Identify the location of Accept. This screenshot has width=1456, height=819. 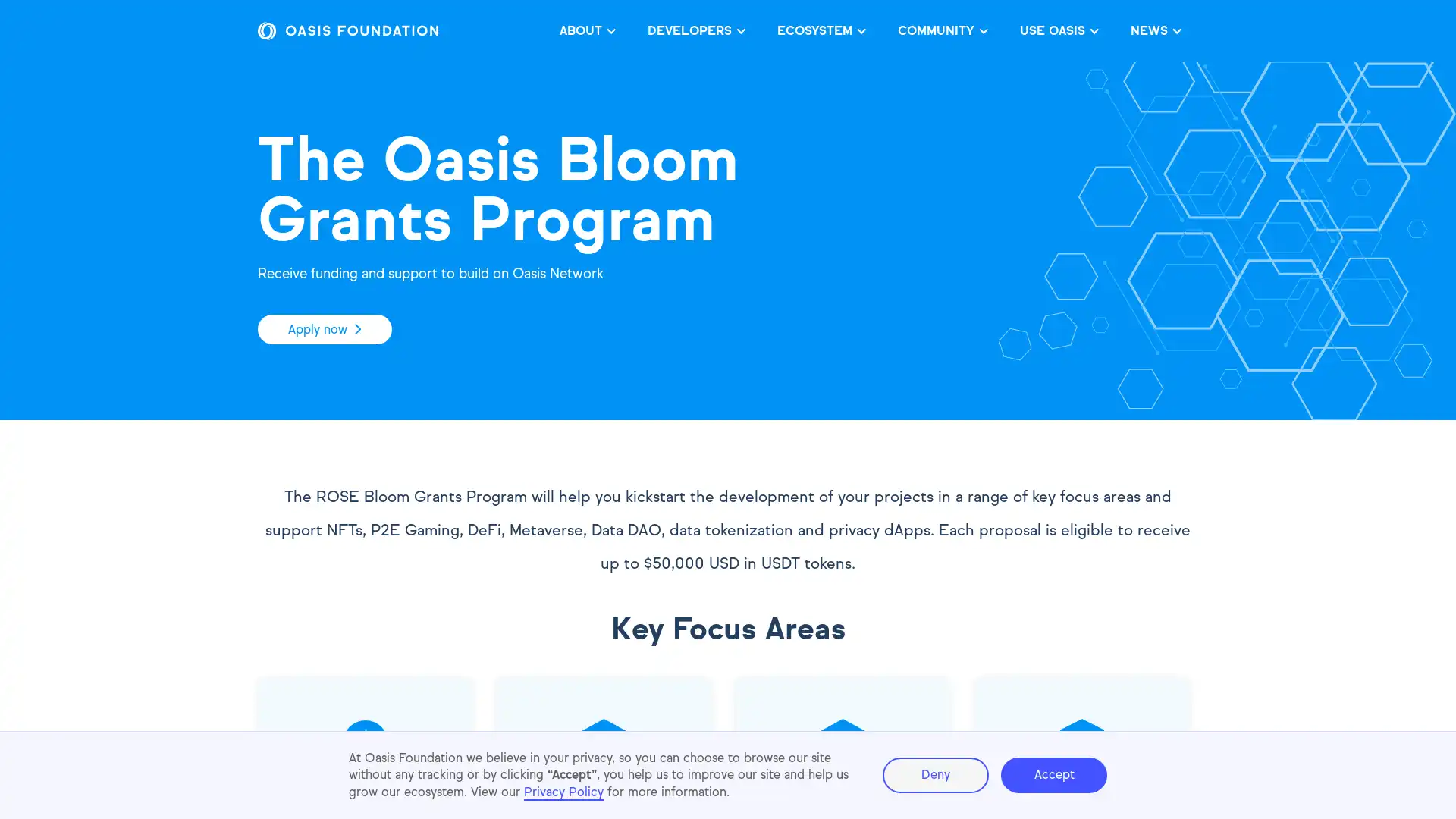
(1053, 775).